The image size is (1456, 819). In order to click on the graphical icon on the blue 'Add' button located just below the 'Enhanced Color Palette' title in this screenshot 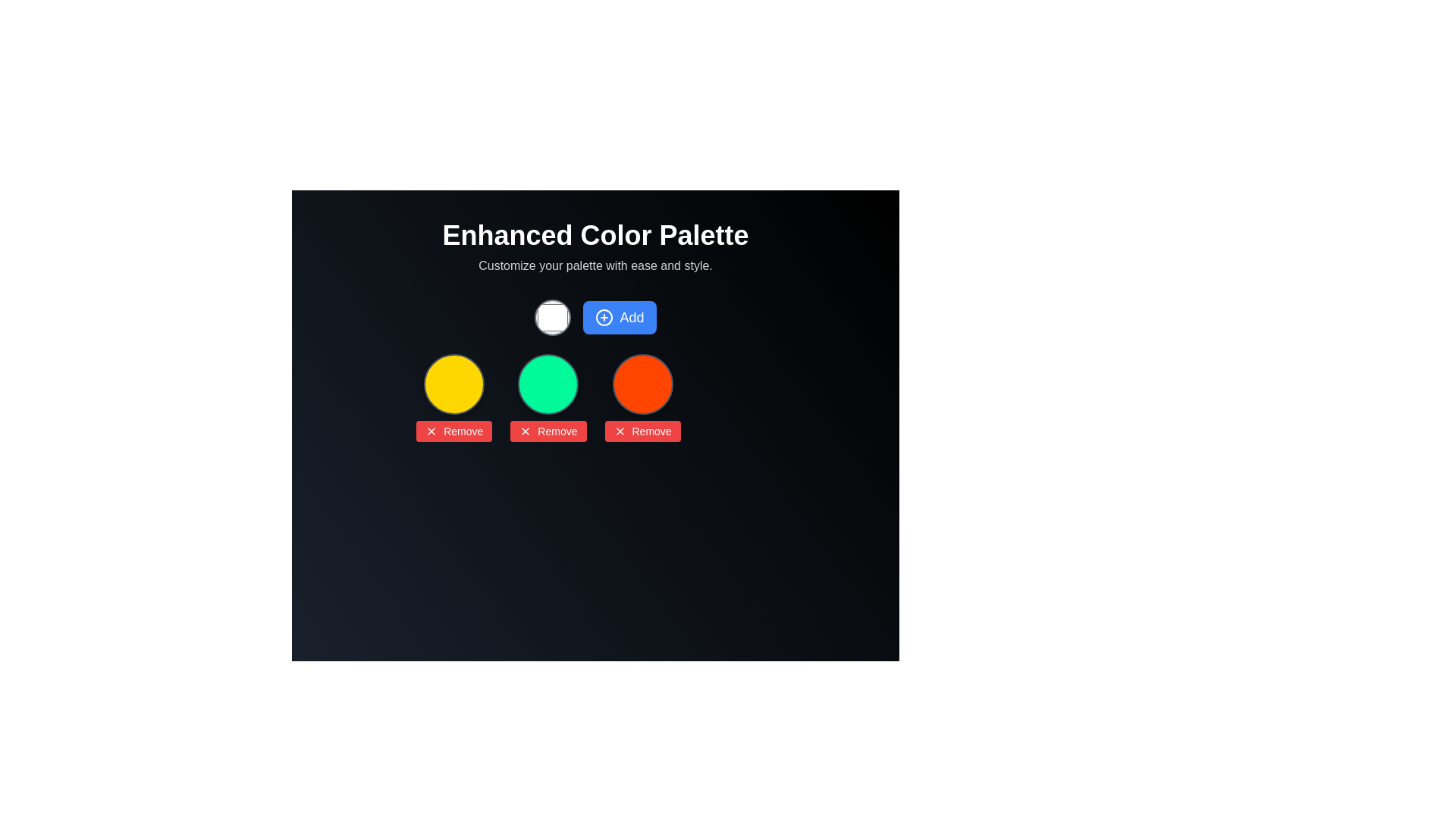, I will do `click(604, 317)`.